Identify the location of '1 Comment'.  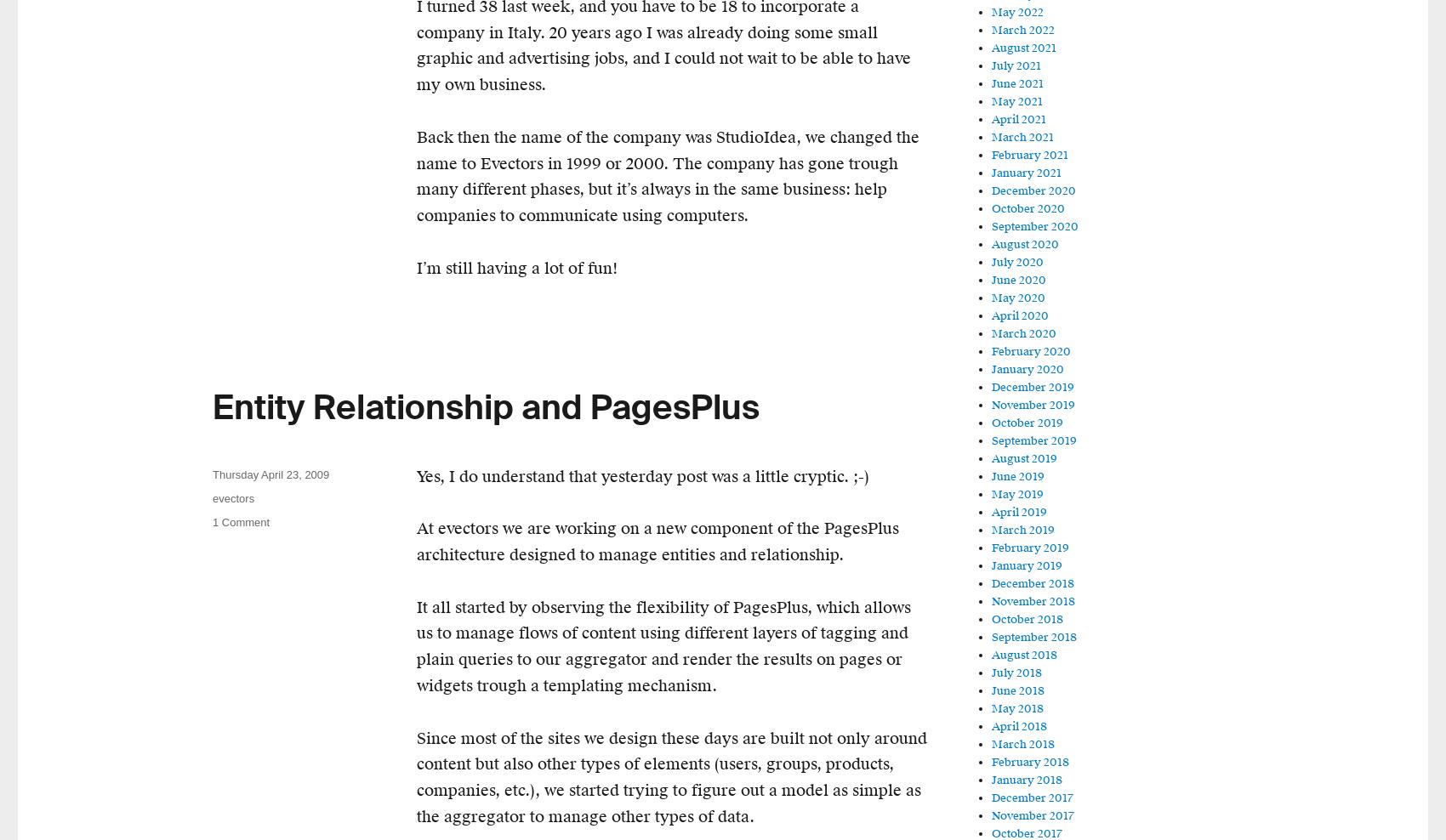
(241, 521).